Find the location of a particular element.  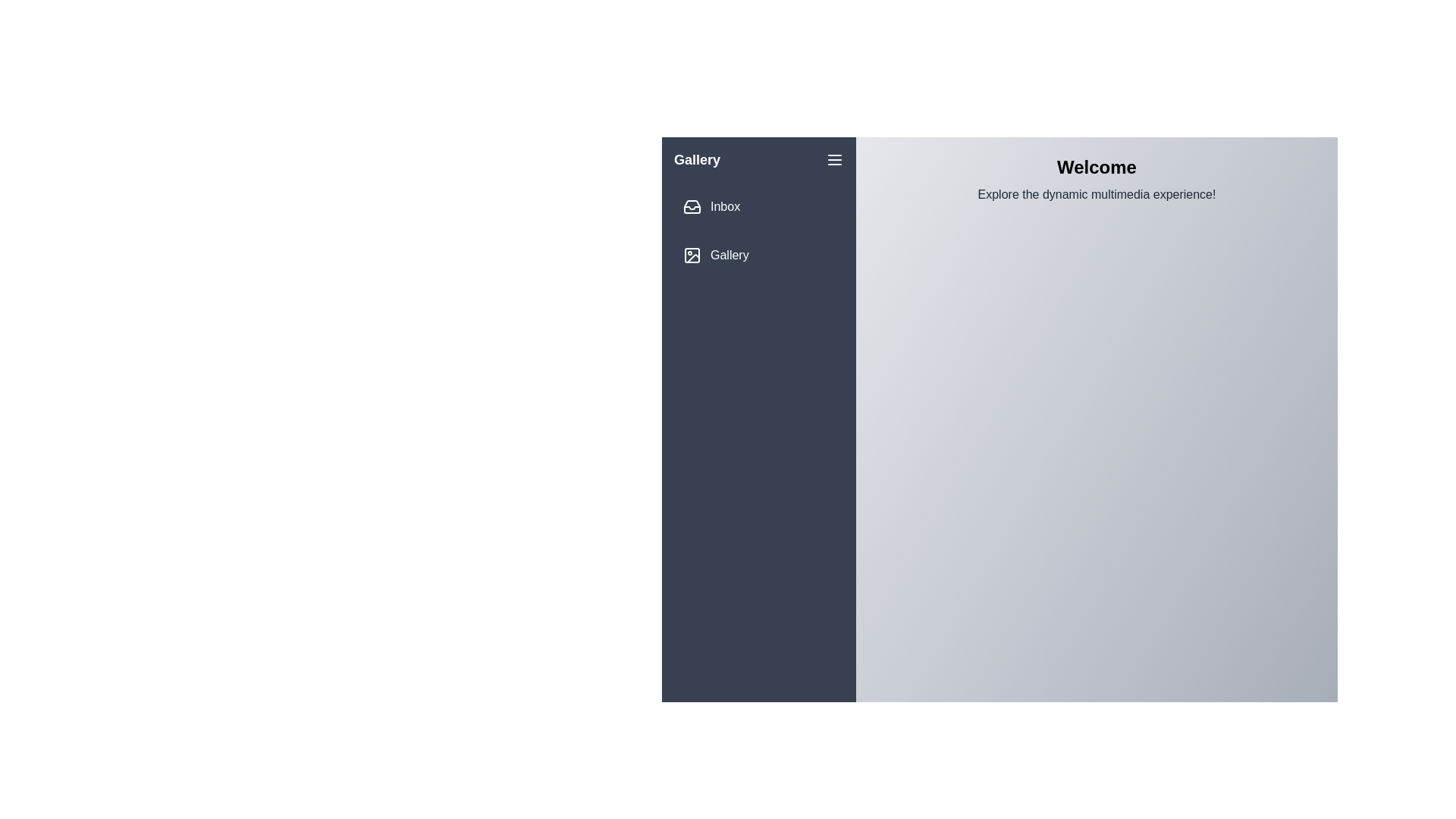

the Navigation Menu Item that allows users is located at coordinates (759, 254).